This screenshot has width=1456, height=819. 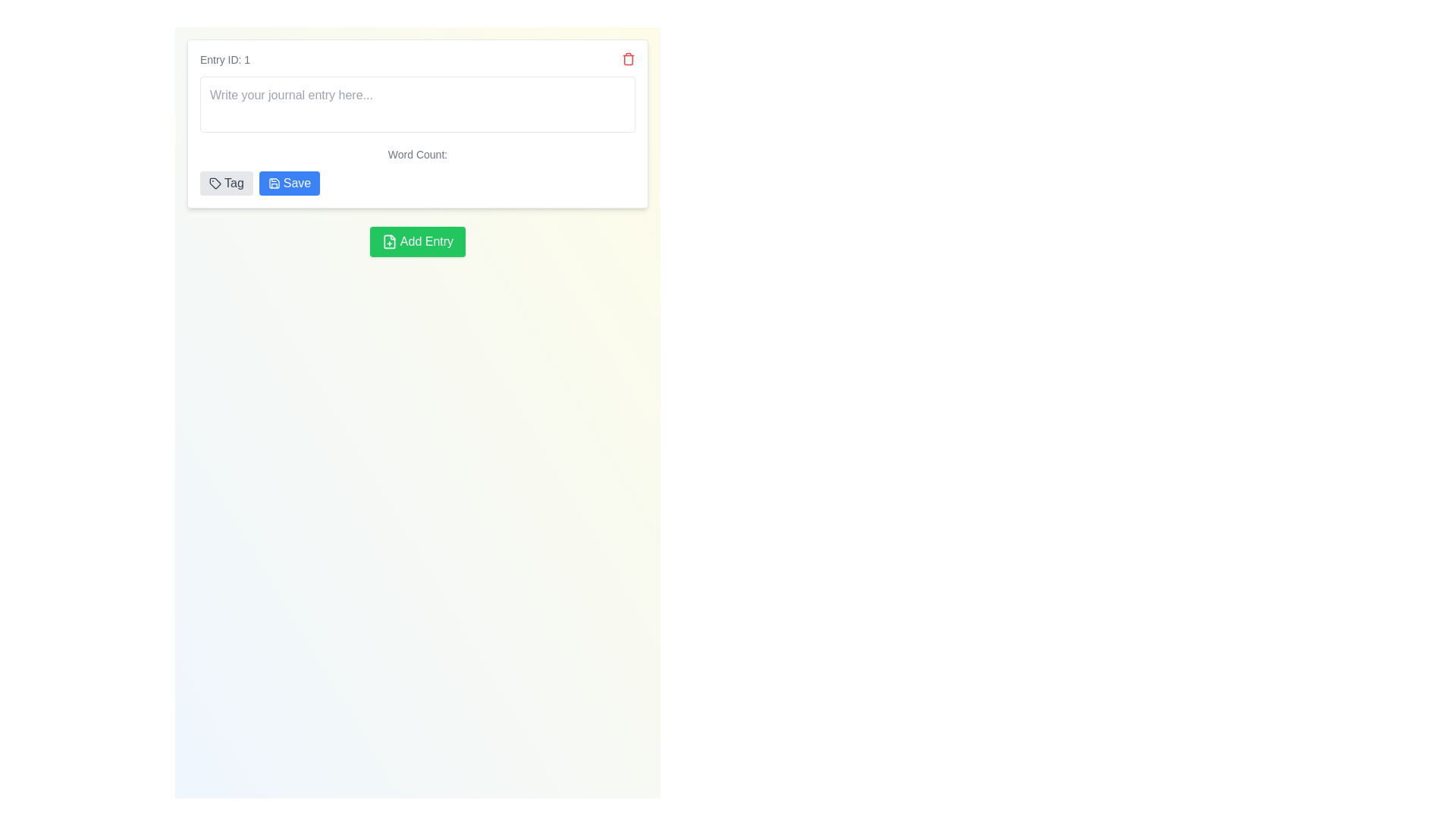 What do you see at coordinates (629, 58) in the screenshot?
I see `the trash can icon button located on the far-right side of the section labeled 'Entry ID: 1'` at bounding box center [629, 58].